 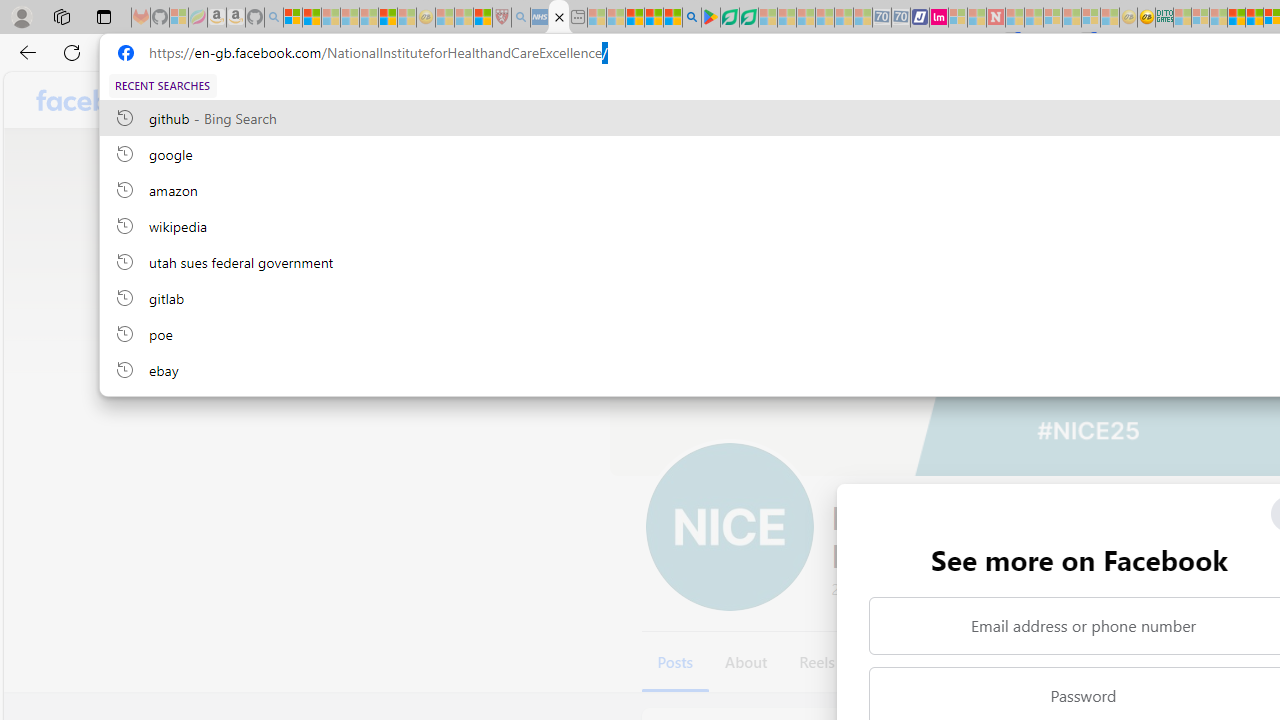 What do you see at coordinates (577, 17) in the screenshot?
I see `'New tab - Sleeping'` at bounding box center [577, 17].